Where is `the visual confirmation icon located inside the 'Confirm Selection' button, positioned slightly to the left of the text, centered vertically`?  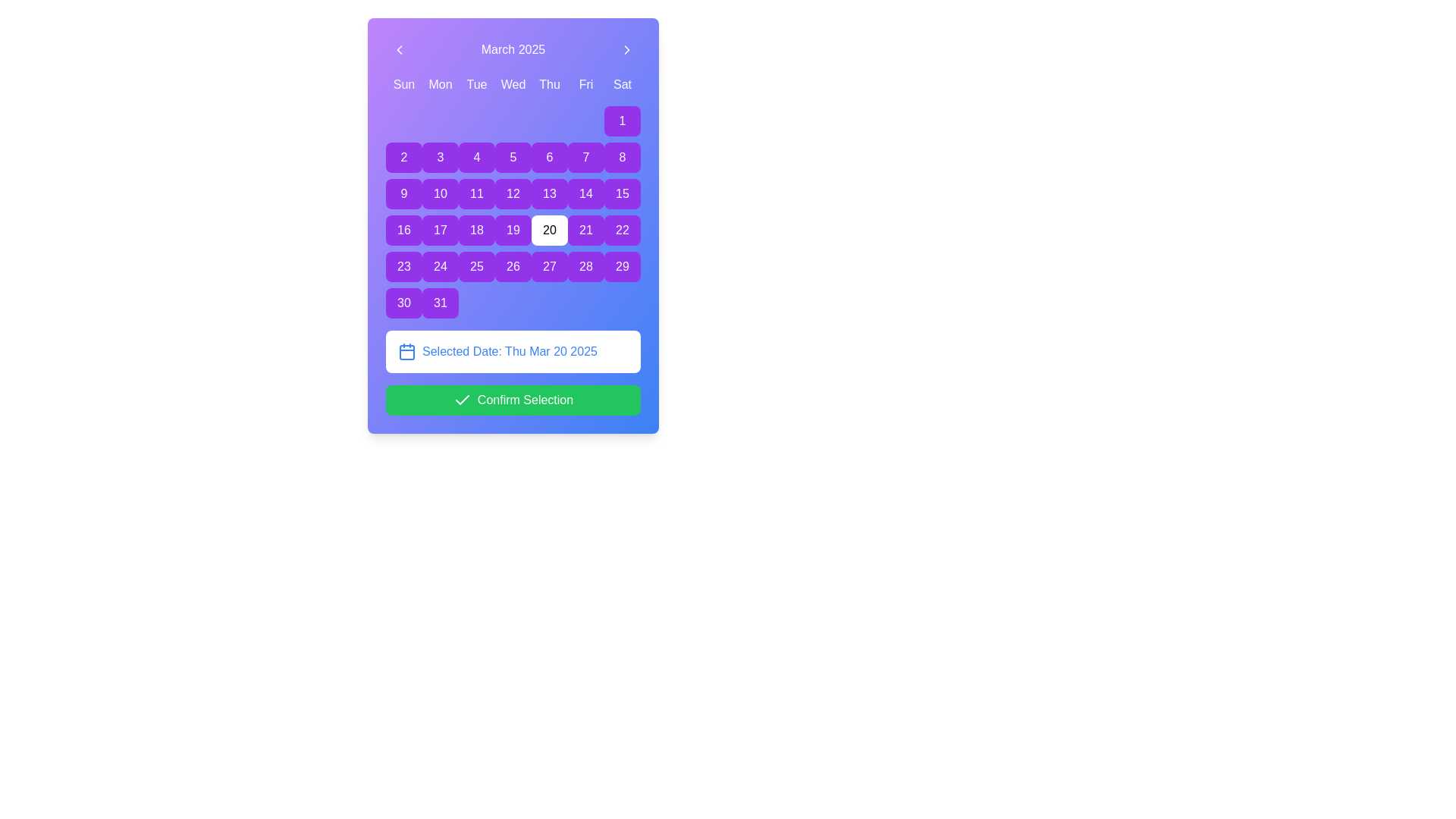 the visual confirmation icon located inside the 'Confirm Selection' button, positioned slightly to the left of the text, centered vertically is located at coordinates (461, 399).